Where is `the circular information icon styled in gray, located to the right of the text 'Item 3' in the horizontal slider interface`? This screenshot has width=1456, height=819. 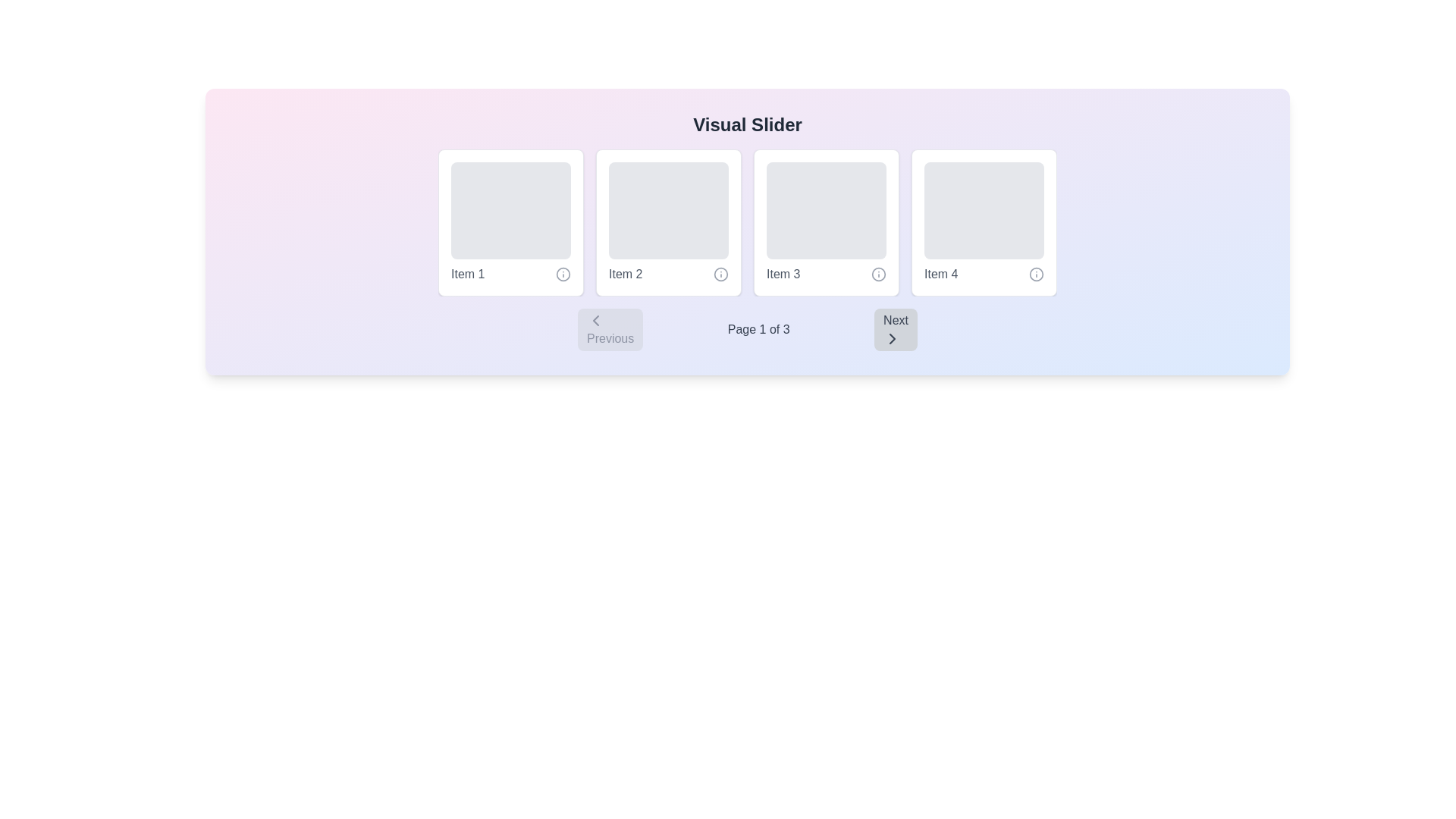
the circular information icon styled in gray, located to the right of the text 'Item 3' in the horizontal slider interface is located at coordinates (878, 275).